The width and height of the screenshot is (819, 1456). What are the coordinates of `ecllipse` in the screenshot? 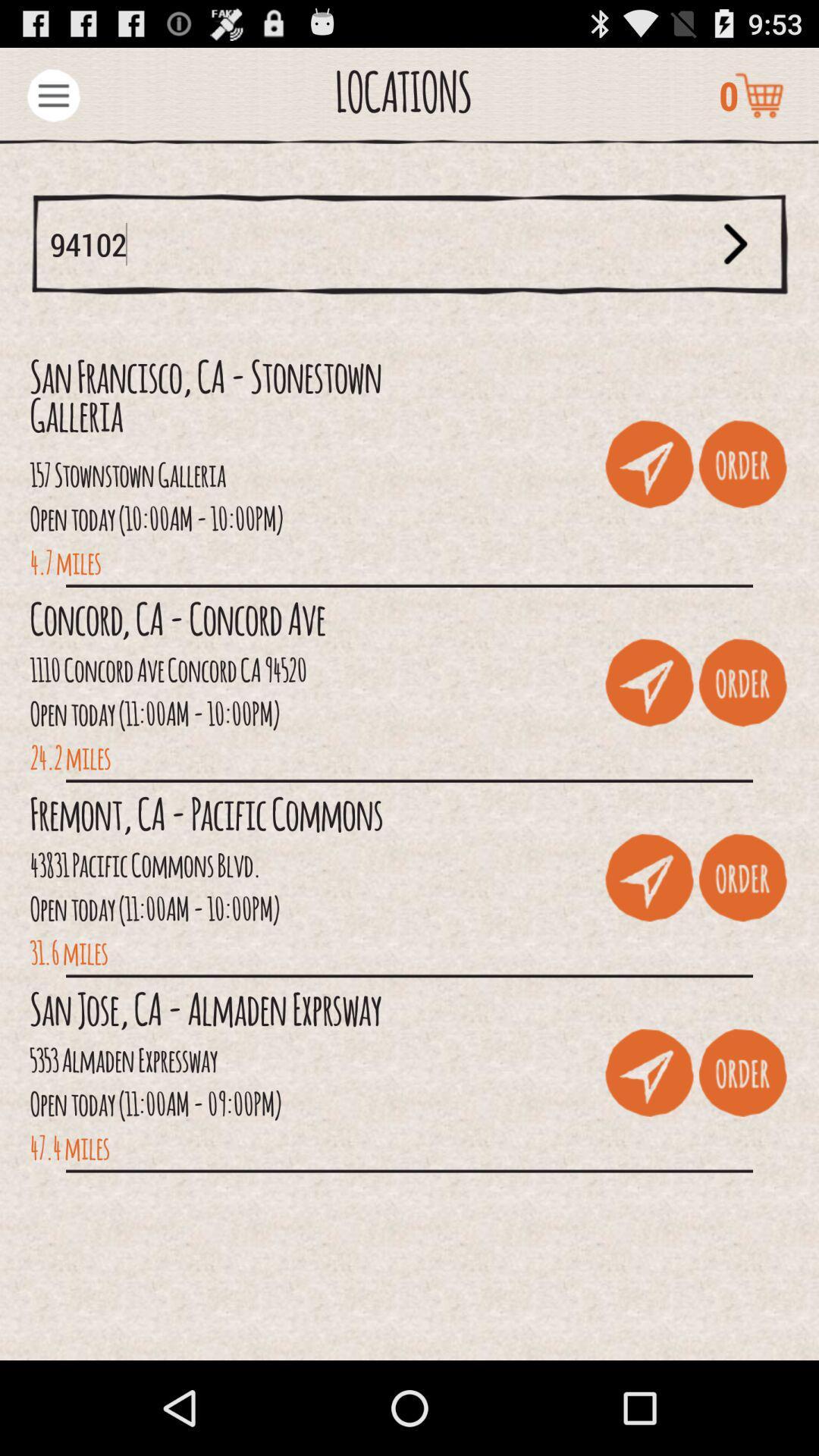 It's located at (52, 94).